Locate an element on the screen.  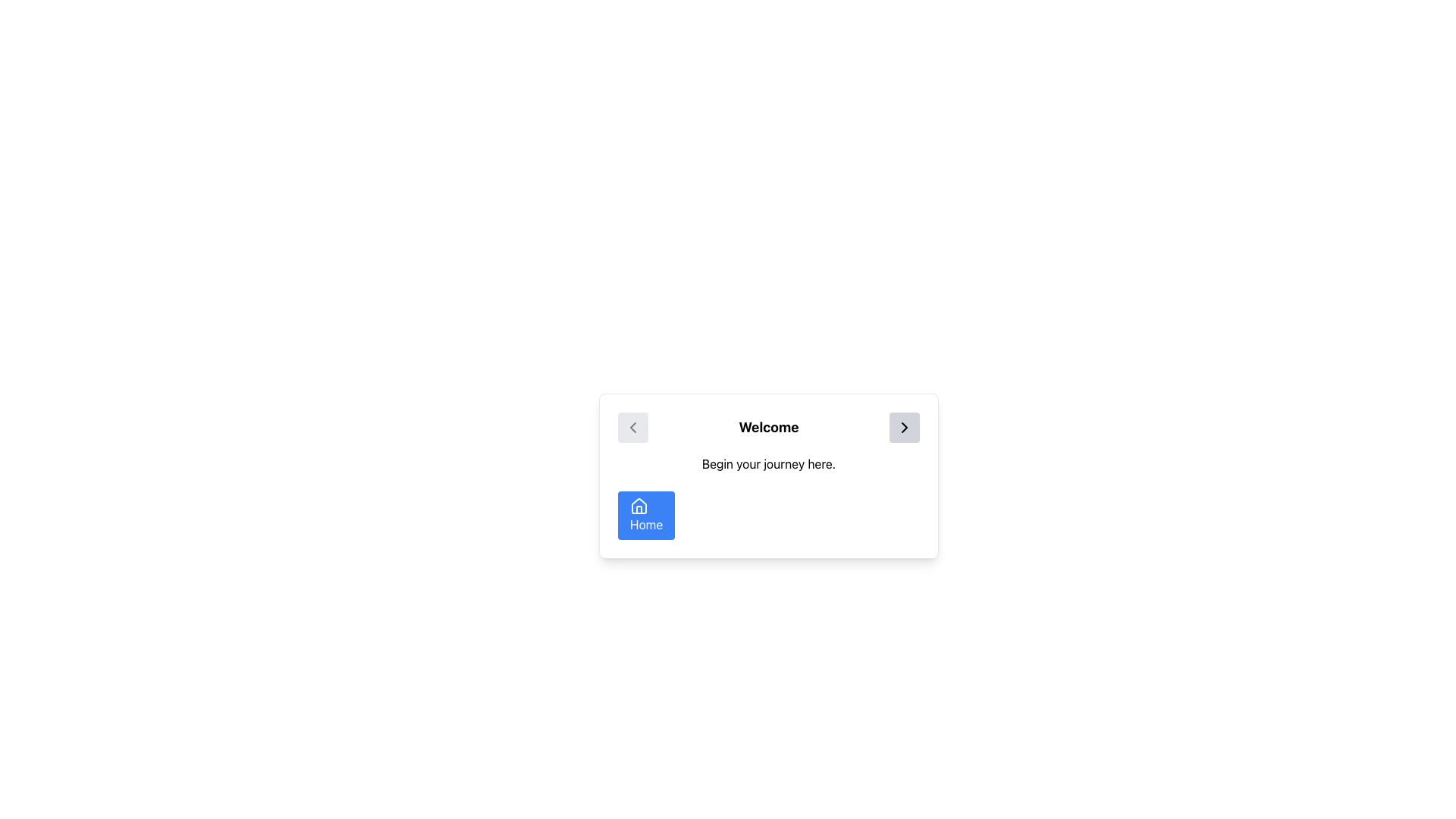
the home icon located within the button labeled 'Home' is located at coordinates (639, 506).